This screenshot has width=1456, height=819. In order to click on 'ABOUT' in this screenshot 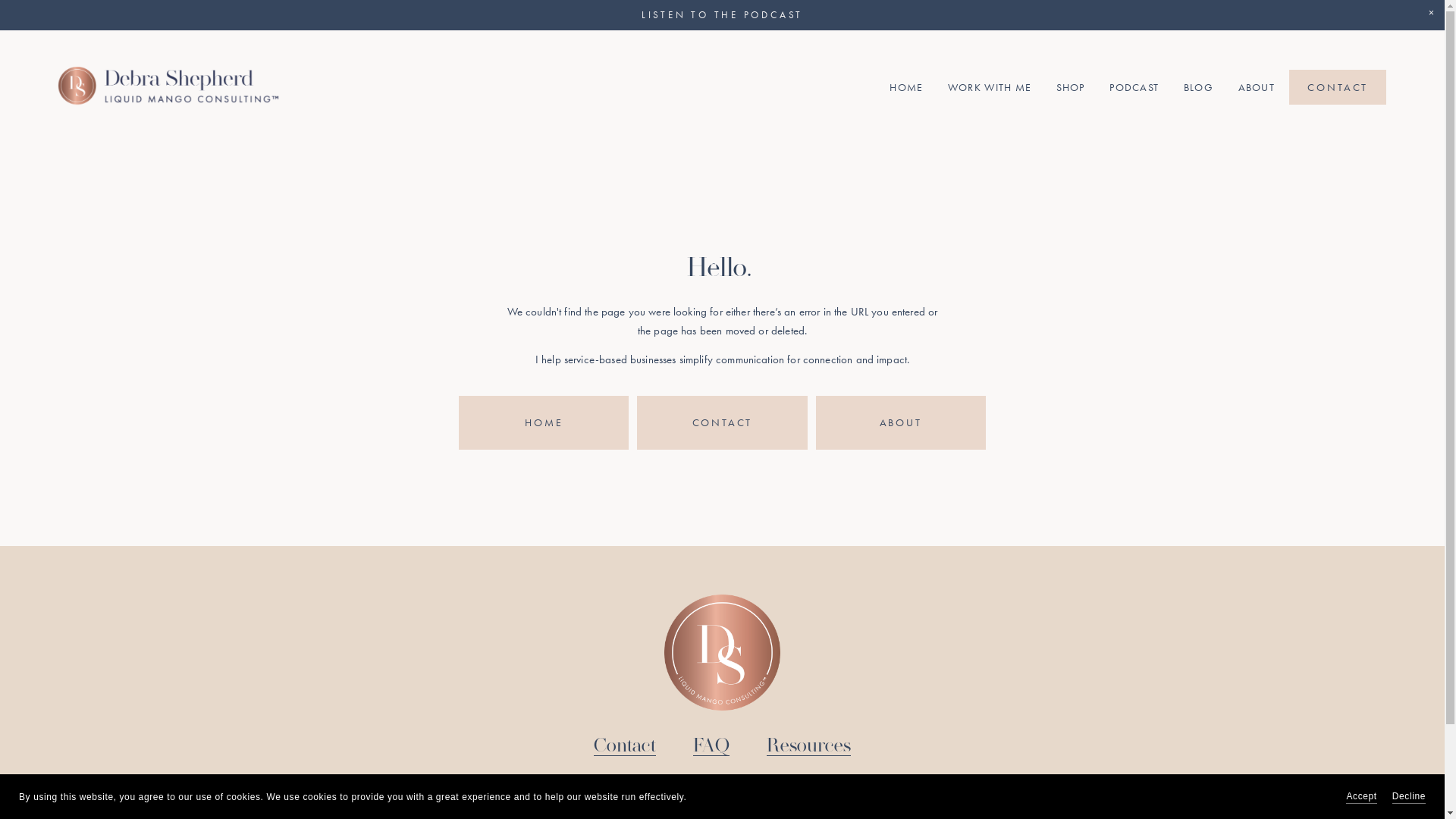, I will do `click(814, 422)`.